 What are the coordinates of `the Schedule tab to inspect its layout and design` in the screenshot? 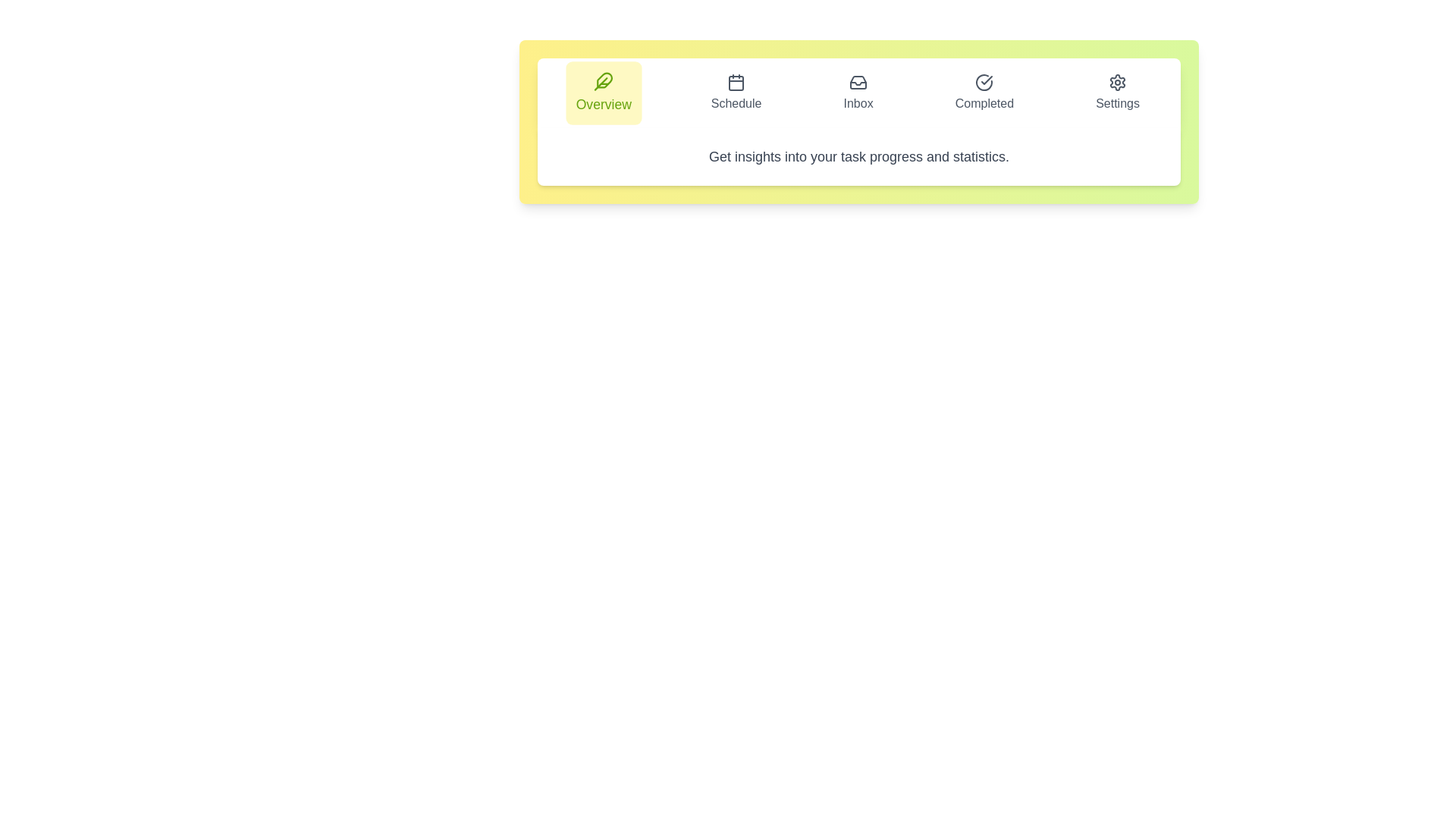 It's located at (736, 93).